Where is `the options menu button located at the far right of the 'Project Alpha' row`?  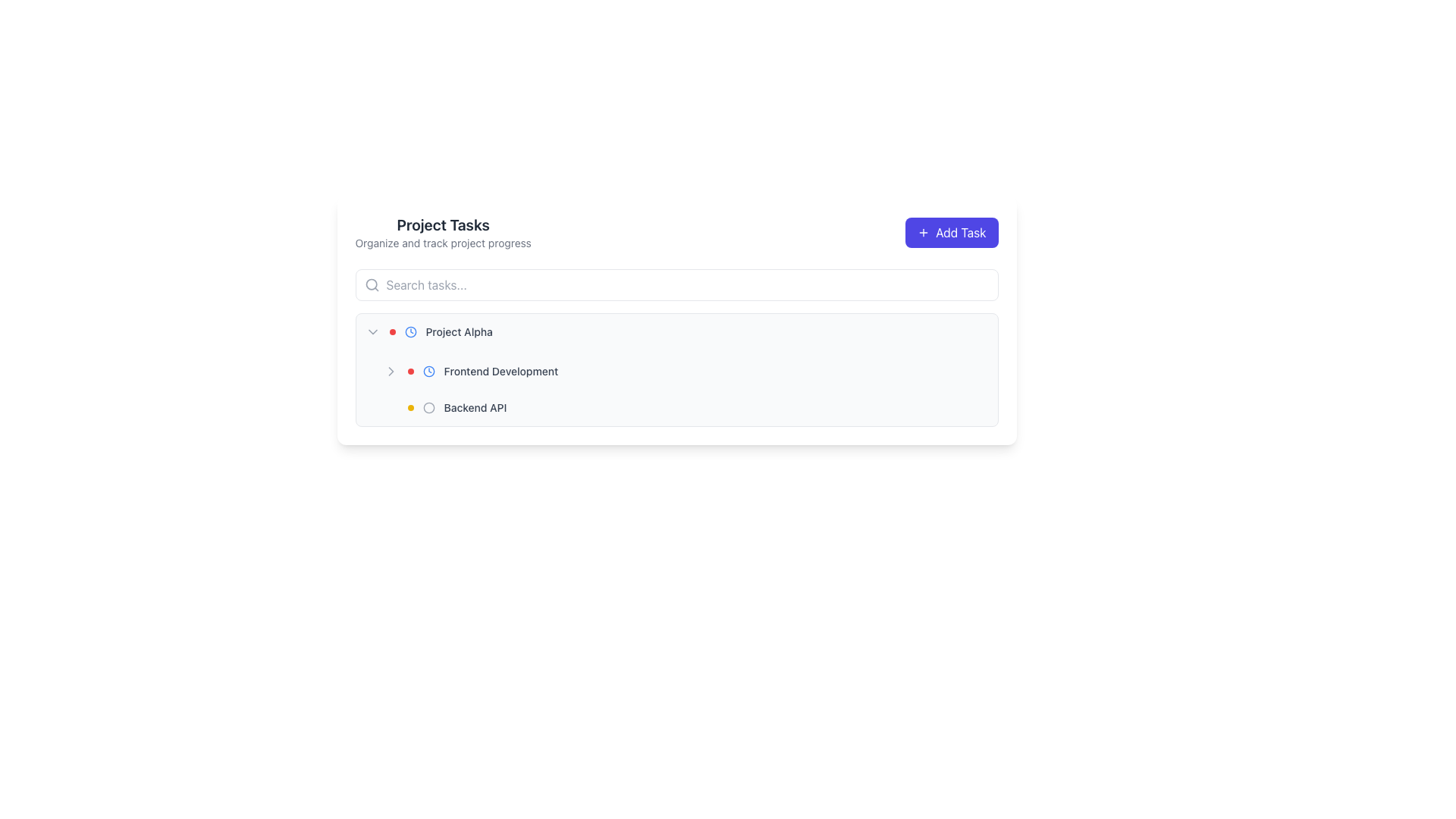
the options menu button located at the far right of the 'Project Alpha' row is located at coordinates (979, 331).